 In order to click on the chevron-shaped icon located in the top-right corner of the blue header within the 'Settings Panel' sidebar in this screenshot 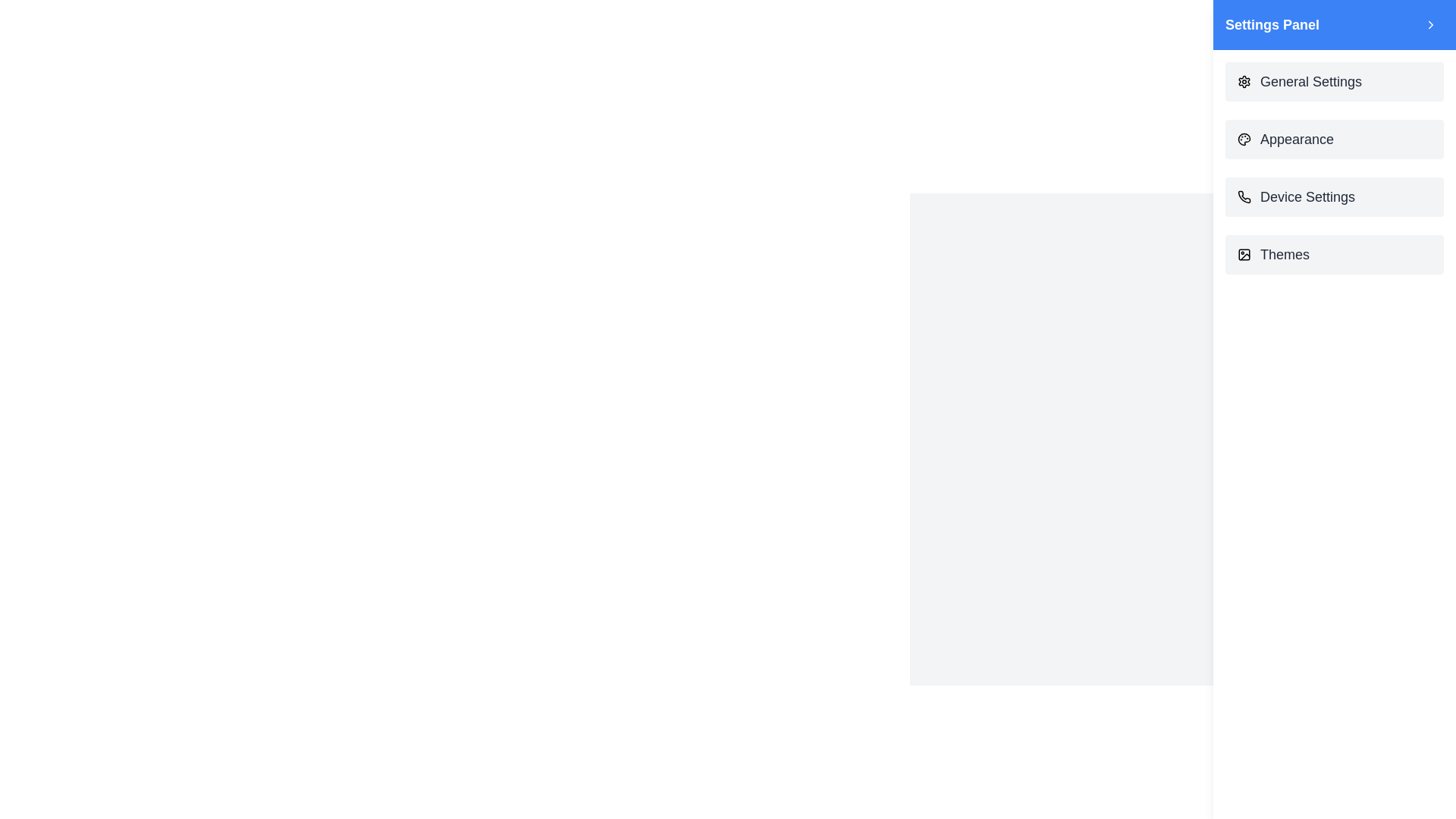, I will do `click(1429, 25)`.